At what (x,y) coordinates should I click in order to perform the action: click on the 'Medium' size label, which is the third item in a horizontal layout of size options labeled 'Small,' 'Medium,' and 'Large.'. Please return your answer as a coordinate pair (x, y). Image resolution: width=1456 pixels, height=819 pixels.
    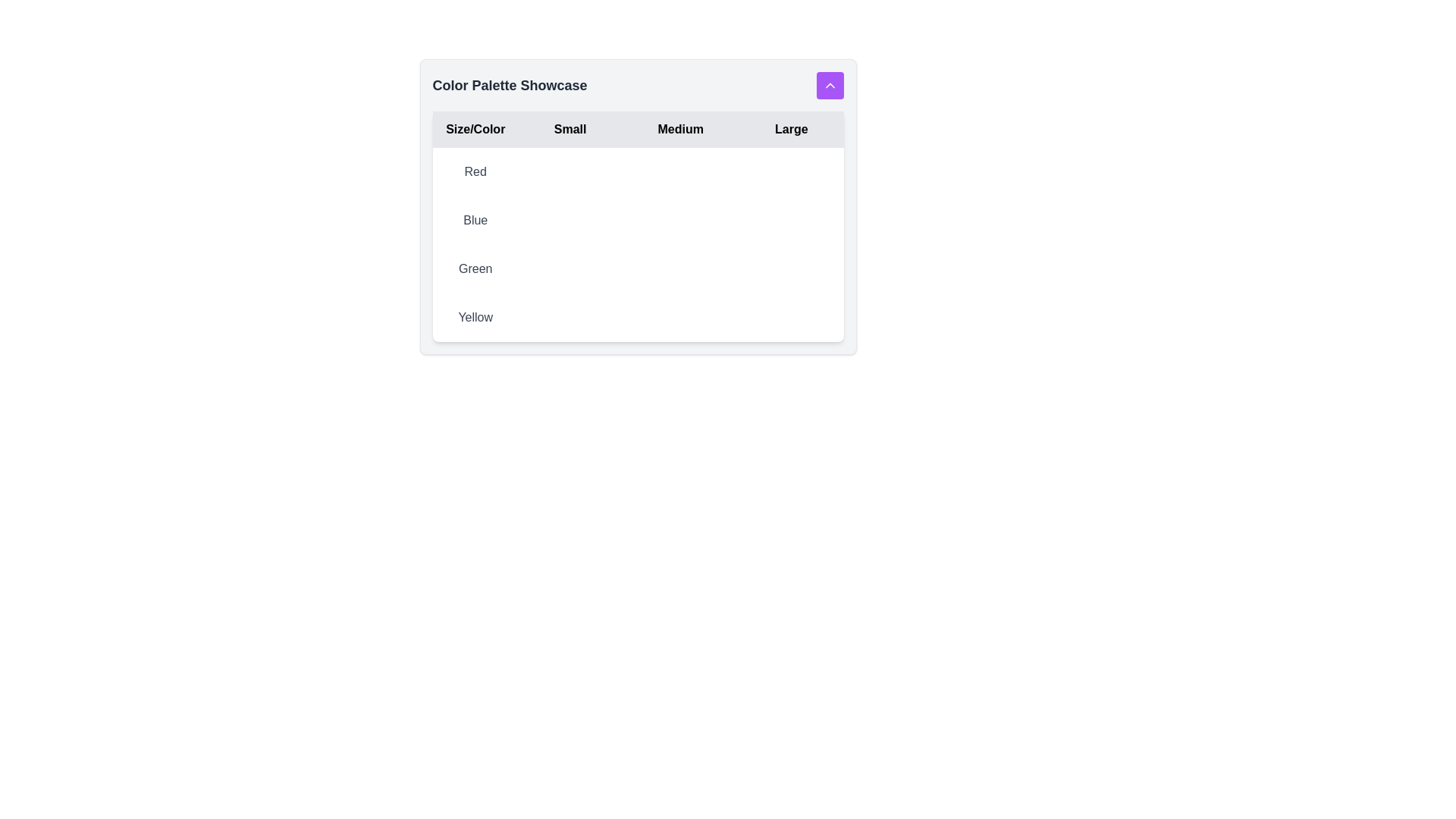
    Looking at the image, I should click on (679, 128).